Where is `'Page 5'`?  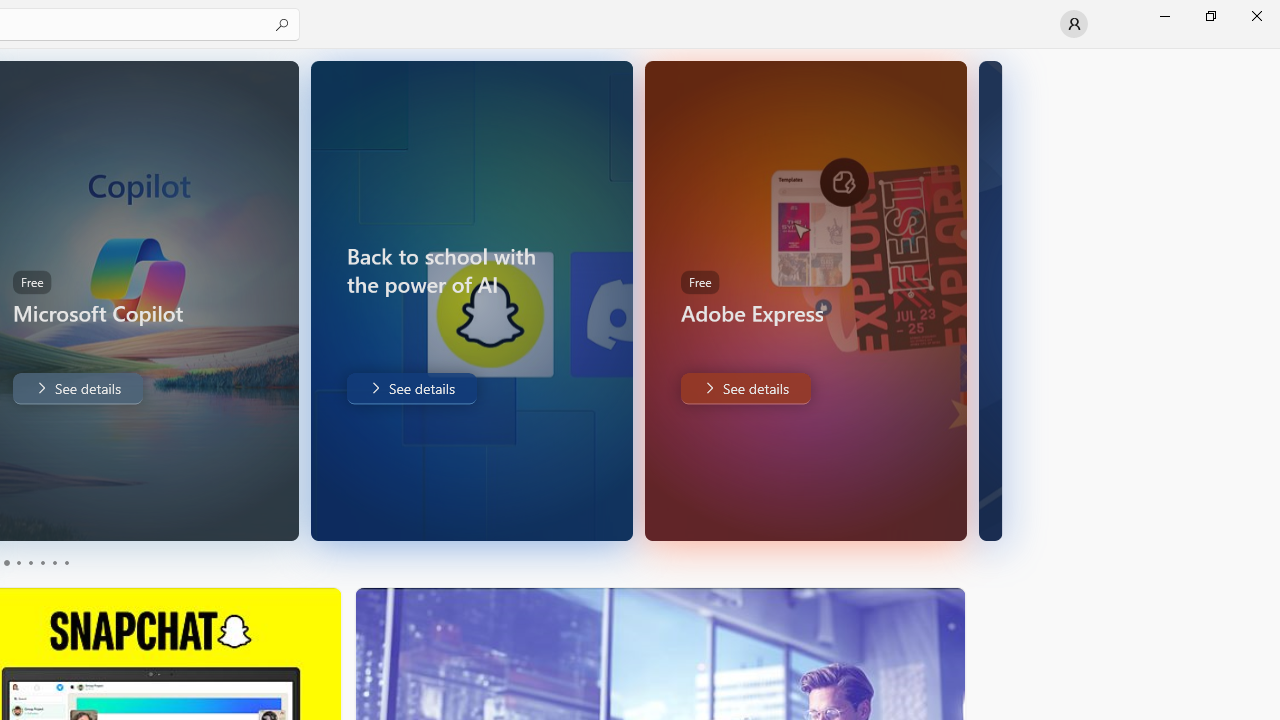 'Page 5' is located at coordinates (54, 563).